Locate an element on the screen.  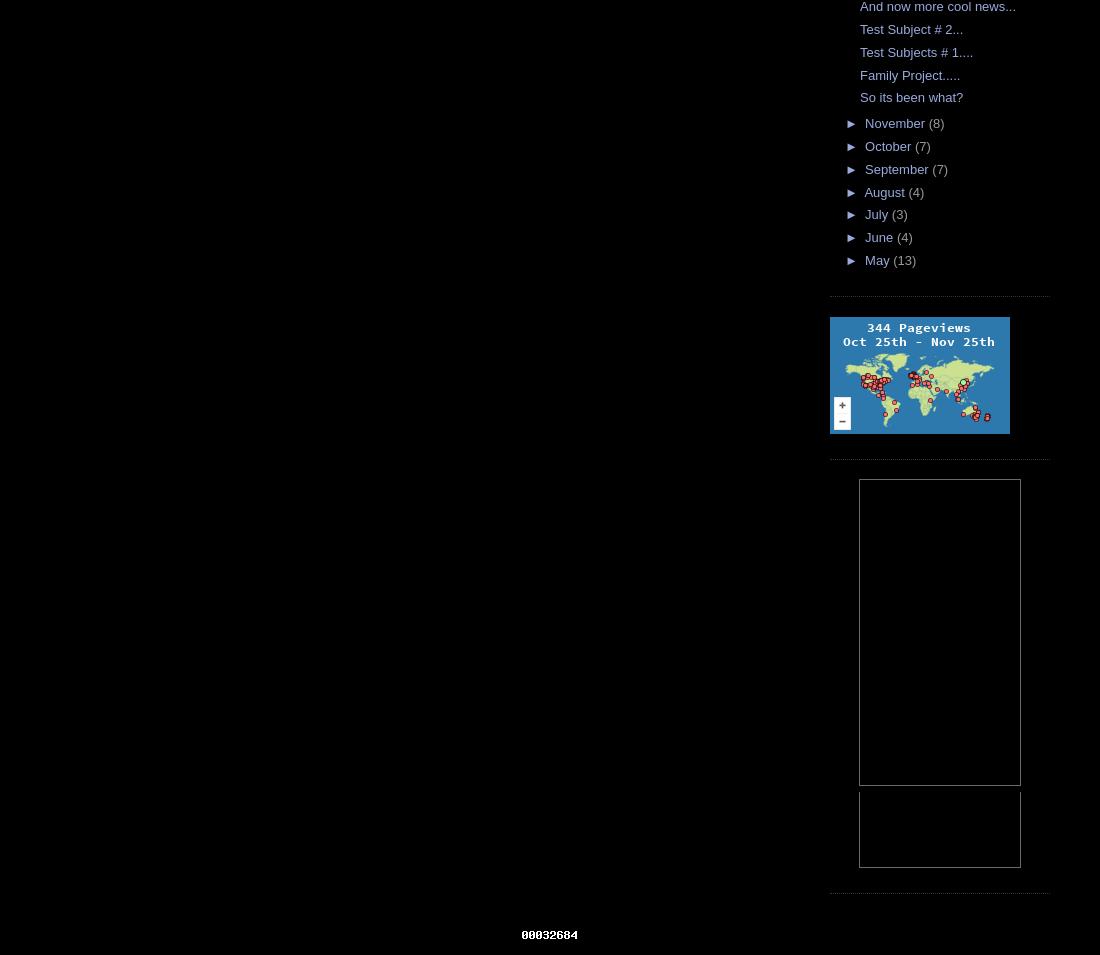
'October' is located at coordinates (888, 145).